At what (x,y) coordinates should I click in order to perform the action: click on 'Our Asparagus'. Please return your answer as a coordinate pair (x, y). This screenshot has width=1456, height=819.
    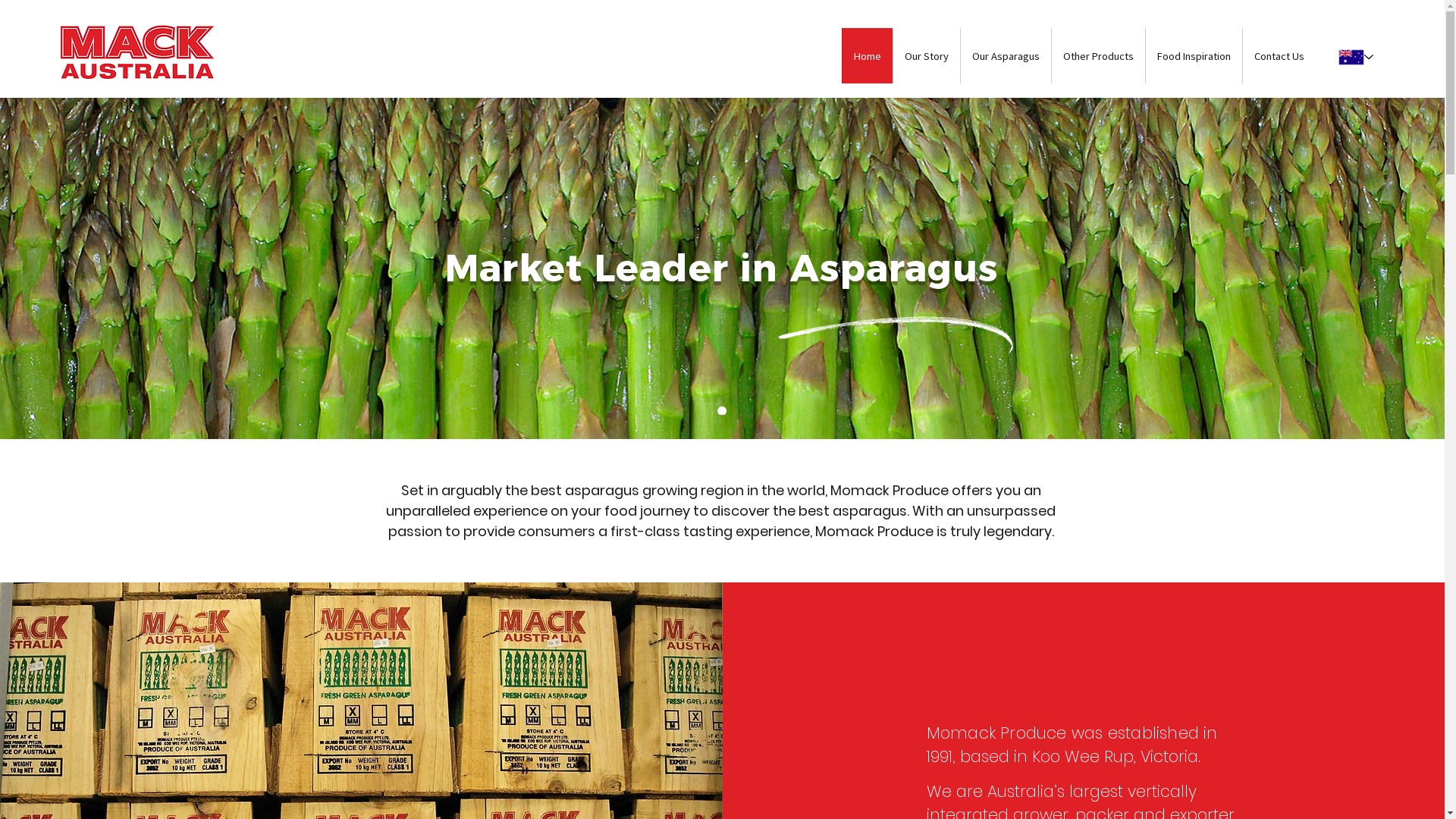
    Looking at the image, I should click on (1005, 55).